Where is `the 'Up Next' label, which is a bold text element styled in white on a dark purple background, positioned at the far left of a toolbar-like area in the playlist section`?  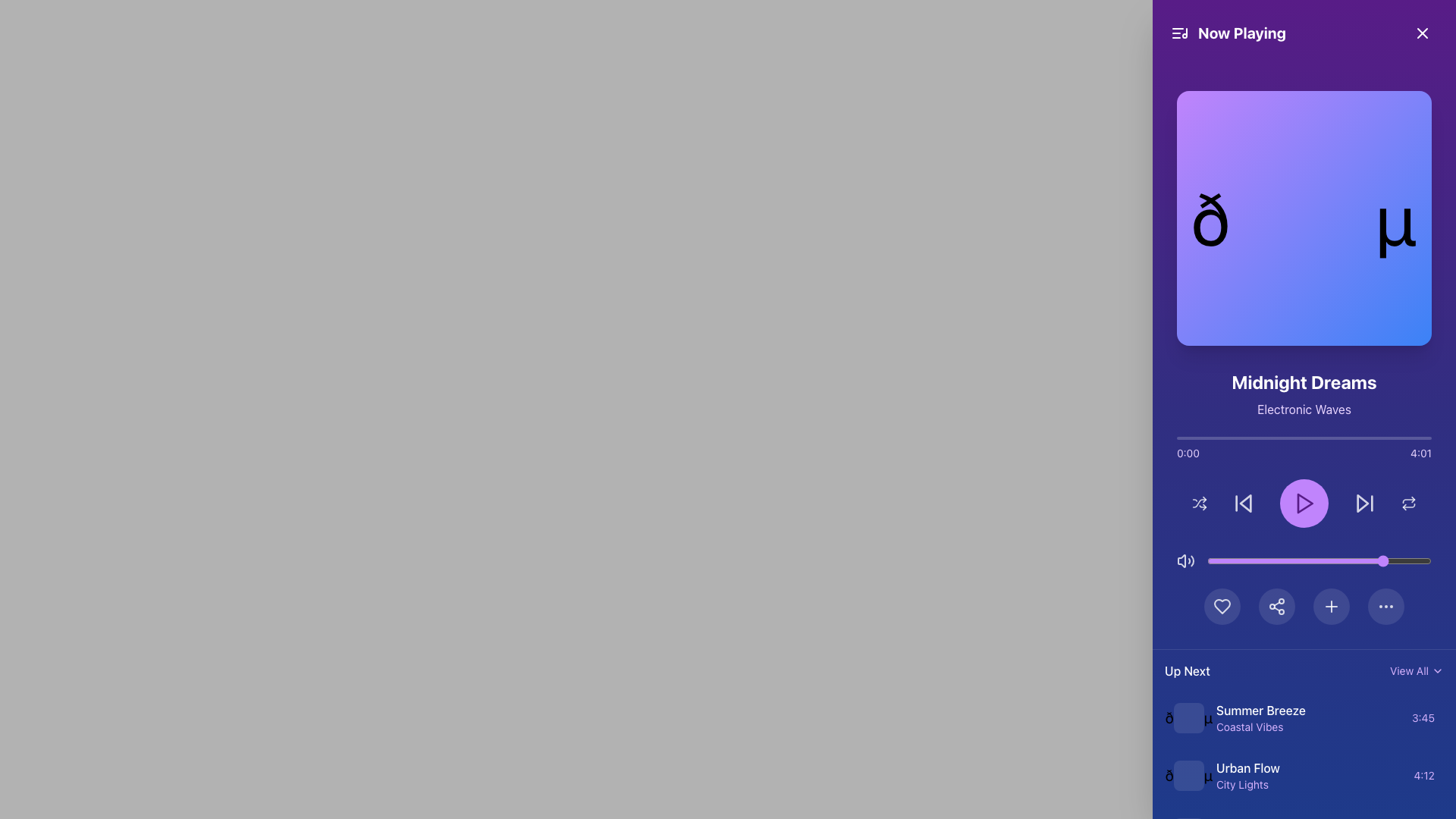
the 'Up Next' label, which is a bold text element styled in white on a dark purple background, positioned at the far left of a toolbar-like area in the playlist section is located at coordinates (1186, 670).